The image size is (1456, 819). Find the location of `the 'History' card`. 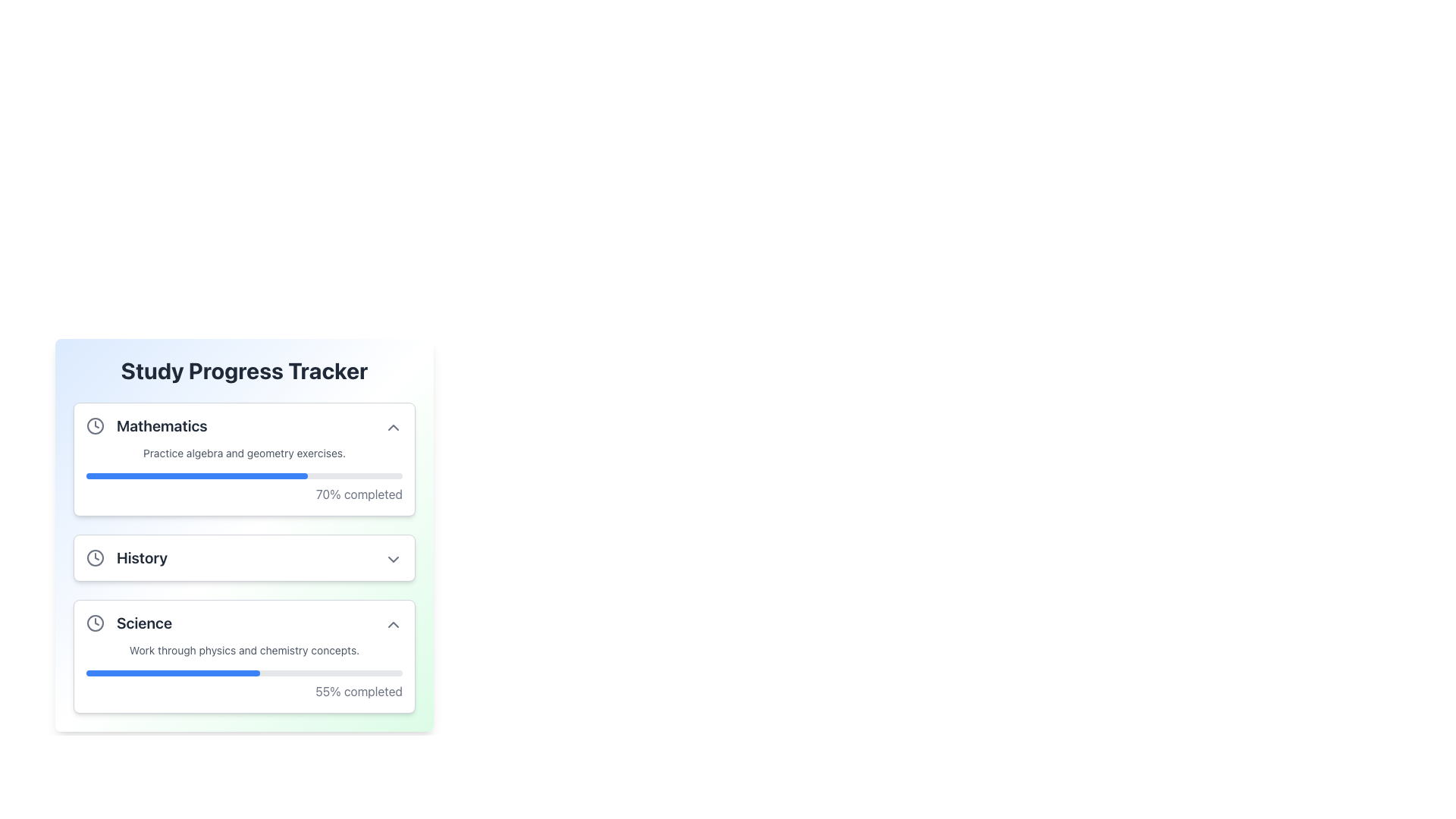

the 'History' card is located at coordinates (244, 558).